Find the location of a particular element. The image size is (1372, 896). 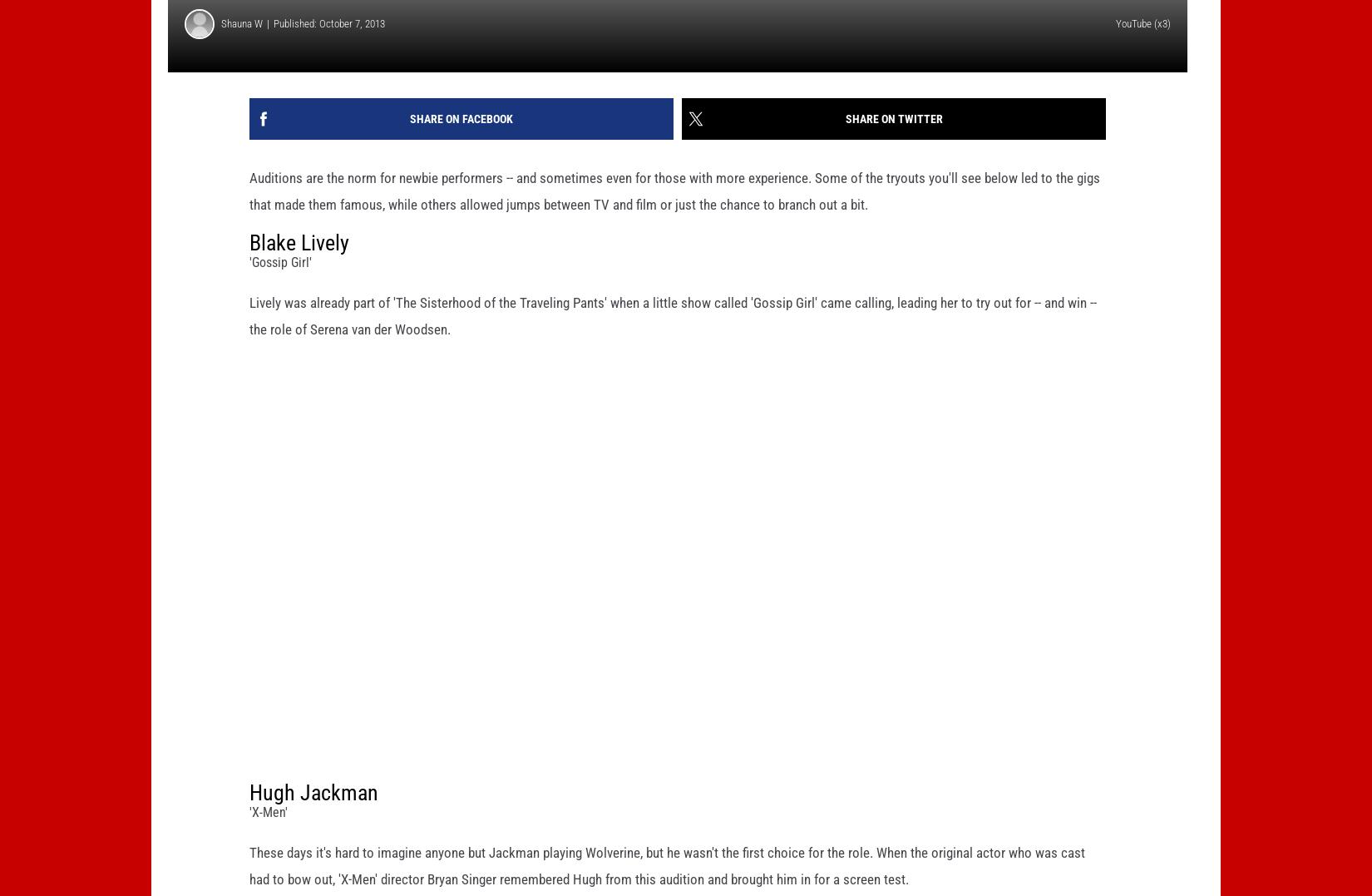

'Lively was already part of 'The Sisterhood of the Traveling Pants' when a little show called 'Gossip Girl' came calling, leading her to try out for -- and win -- the role of Serena van der Woodsen.' is located at coordinates (249, 341).